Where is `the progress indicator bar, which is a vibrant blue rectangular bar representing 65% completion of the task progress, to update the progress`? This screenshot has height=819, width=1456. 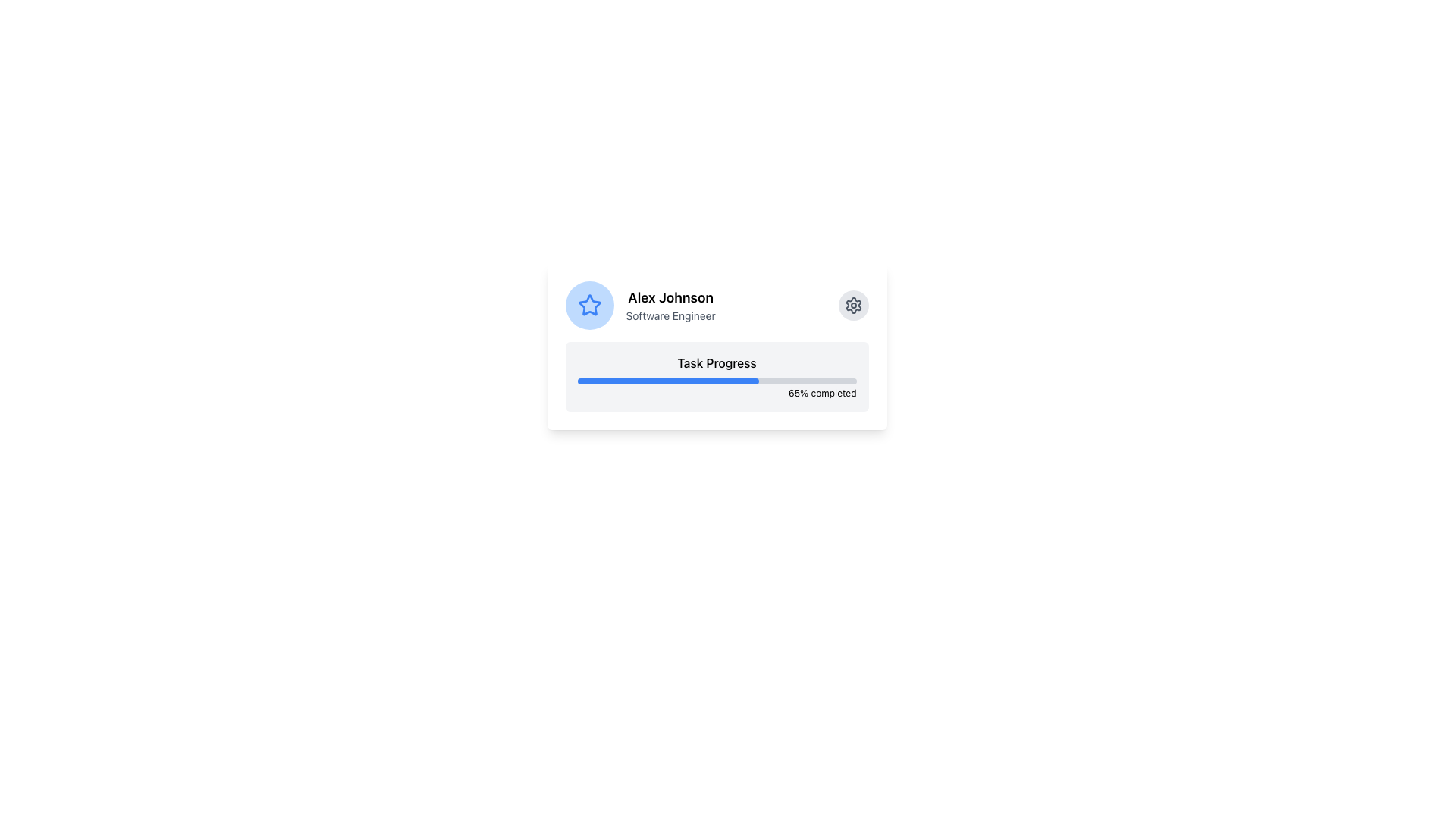 the progress indicator bar, which is a vibrant blue rectangular bar representing 65% completion of the task progress, to update the progress is located at coordinates (667, 380).